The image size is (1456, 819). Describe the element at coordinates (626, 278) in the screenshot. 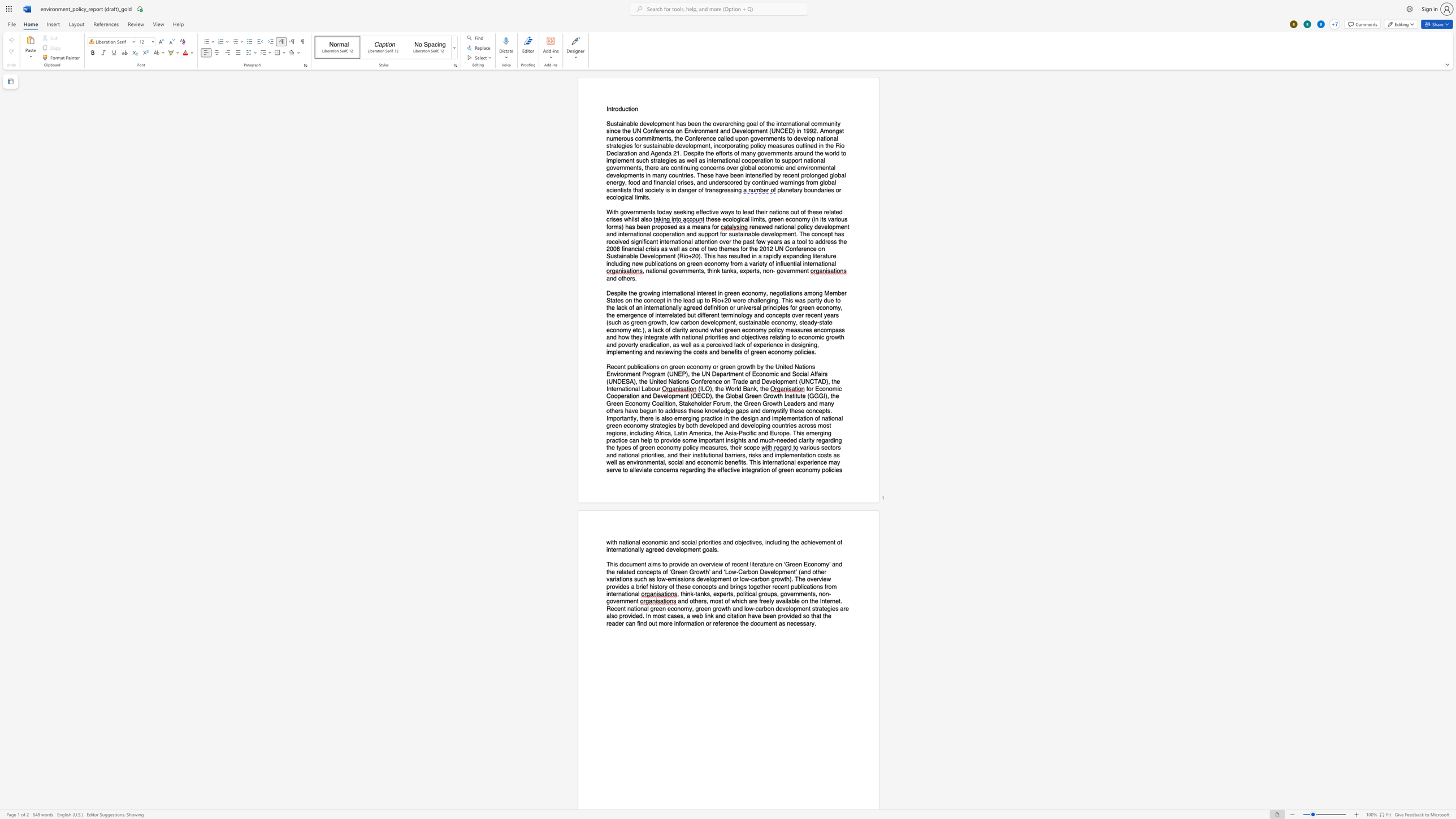

I see `the space between the continuous character "h" and "e" in the text` at that location.